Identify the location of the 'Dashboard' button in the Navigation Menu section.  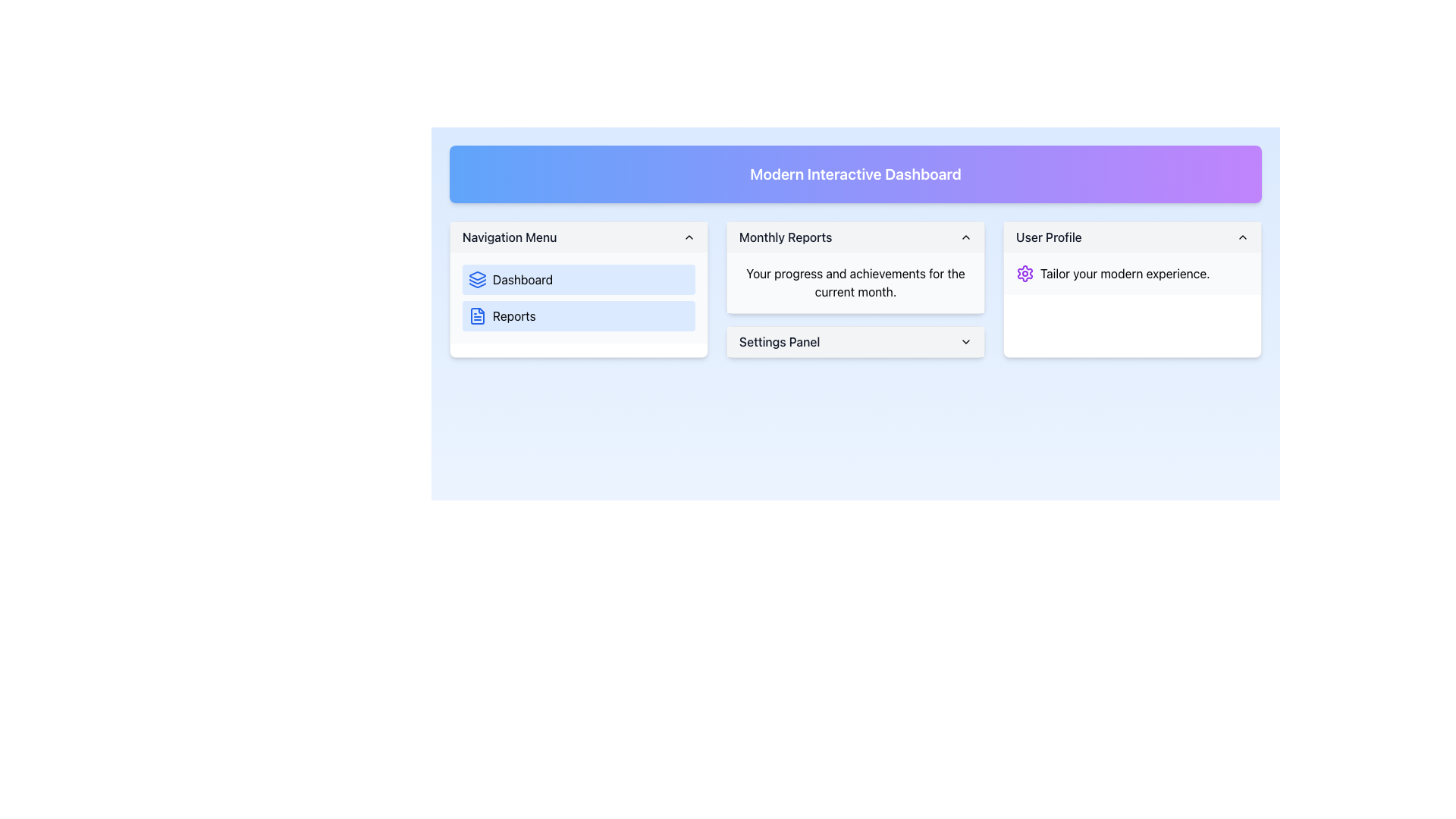
(578, 280).